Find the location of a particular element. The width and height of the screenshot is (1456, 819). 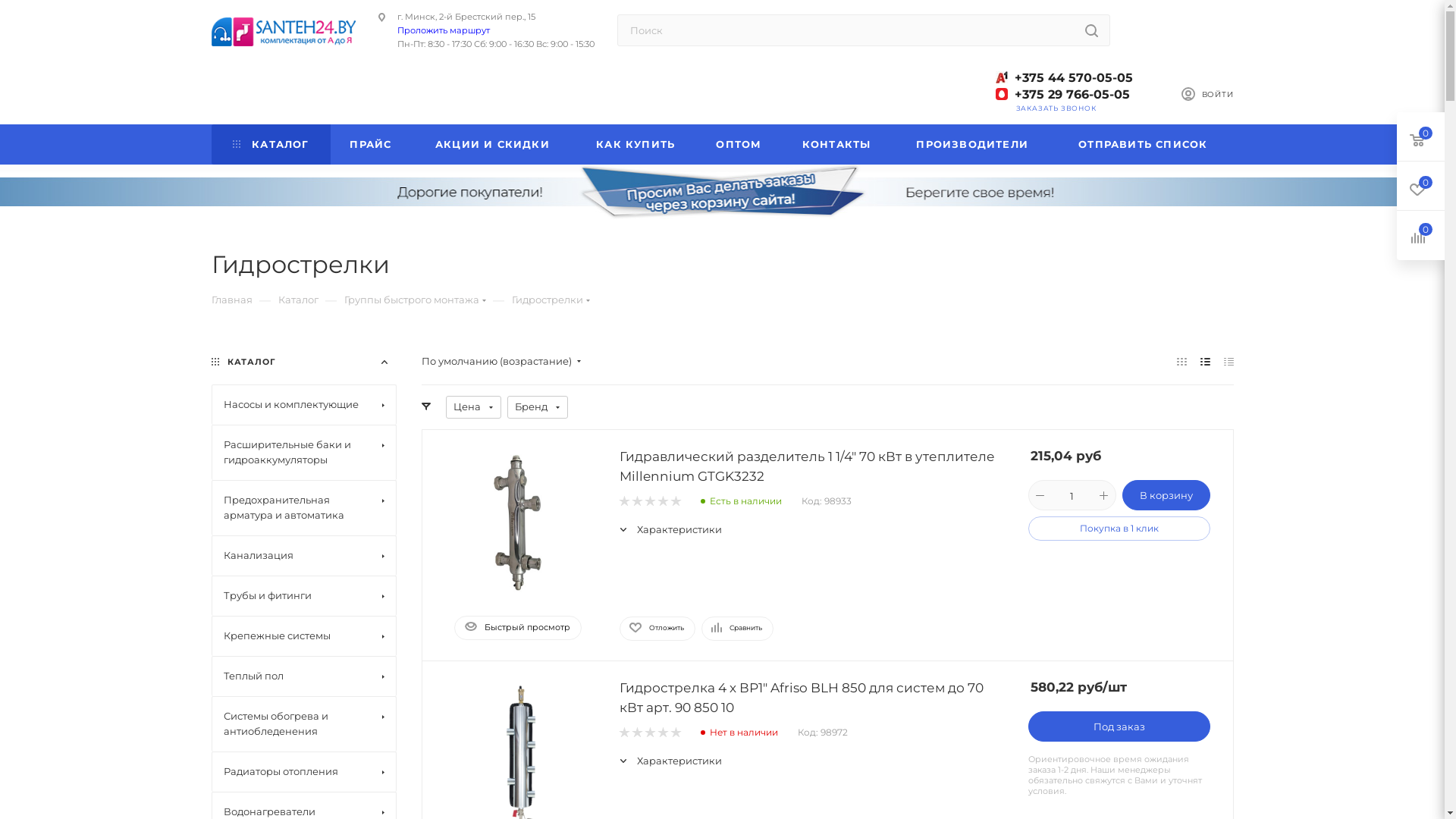

'+375 44 570-05-05' is located at coordinates (1063, 78).